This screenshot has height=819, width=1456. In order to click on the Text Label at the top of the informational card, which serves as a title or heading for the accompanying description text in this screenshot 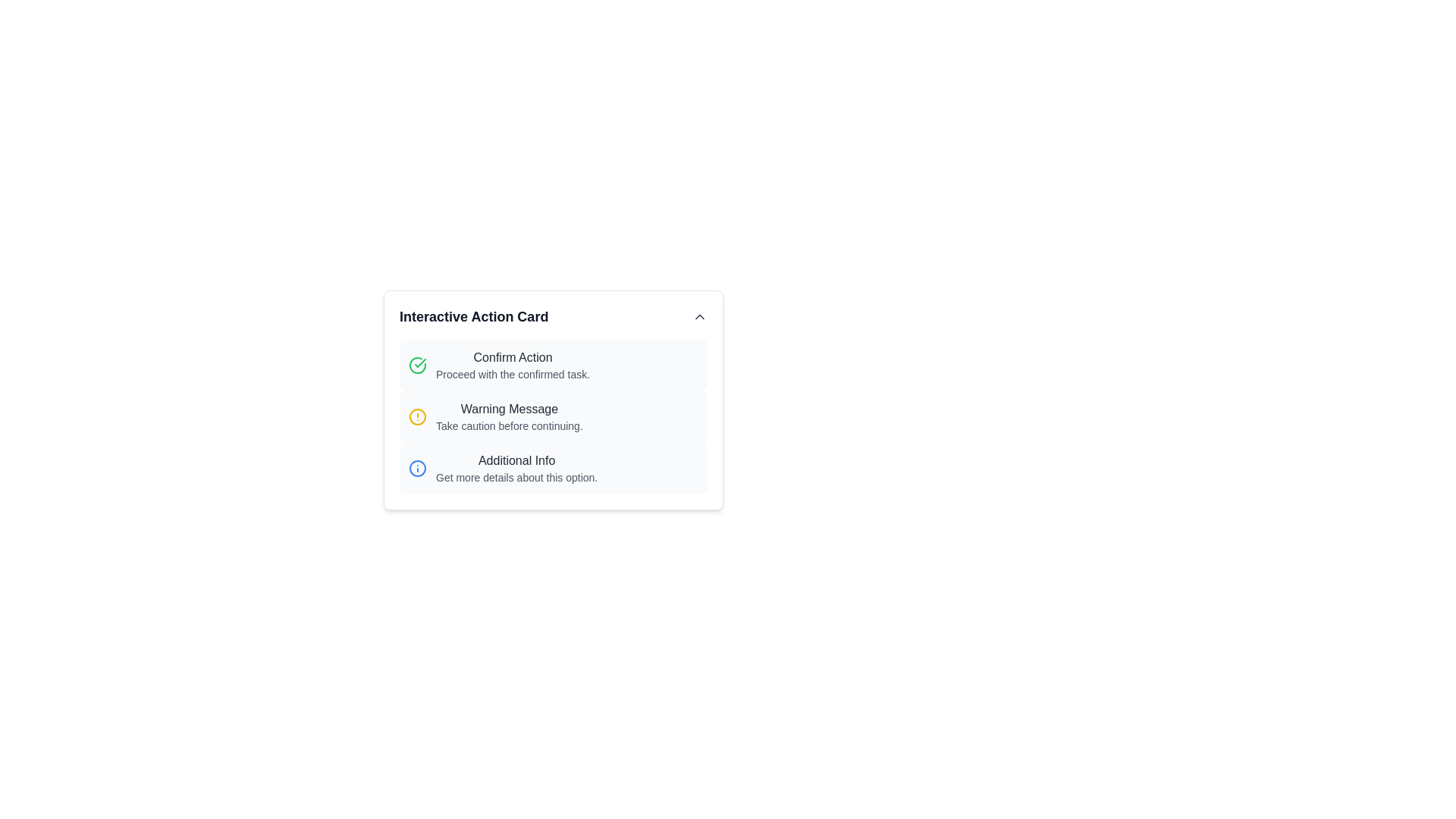, I will do `click(513, 357)`.